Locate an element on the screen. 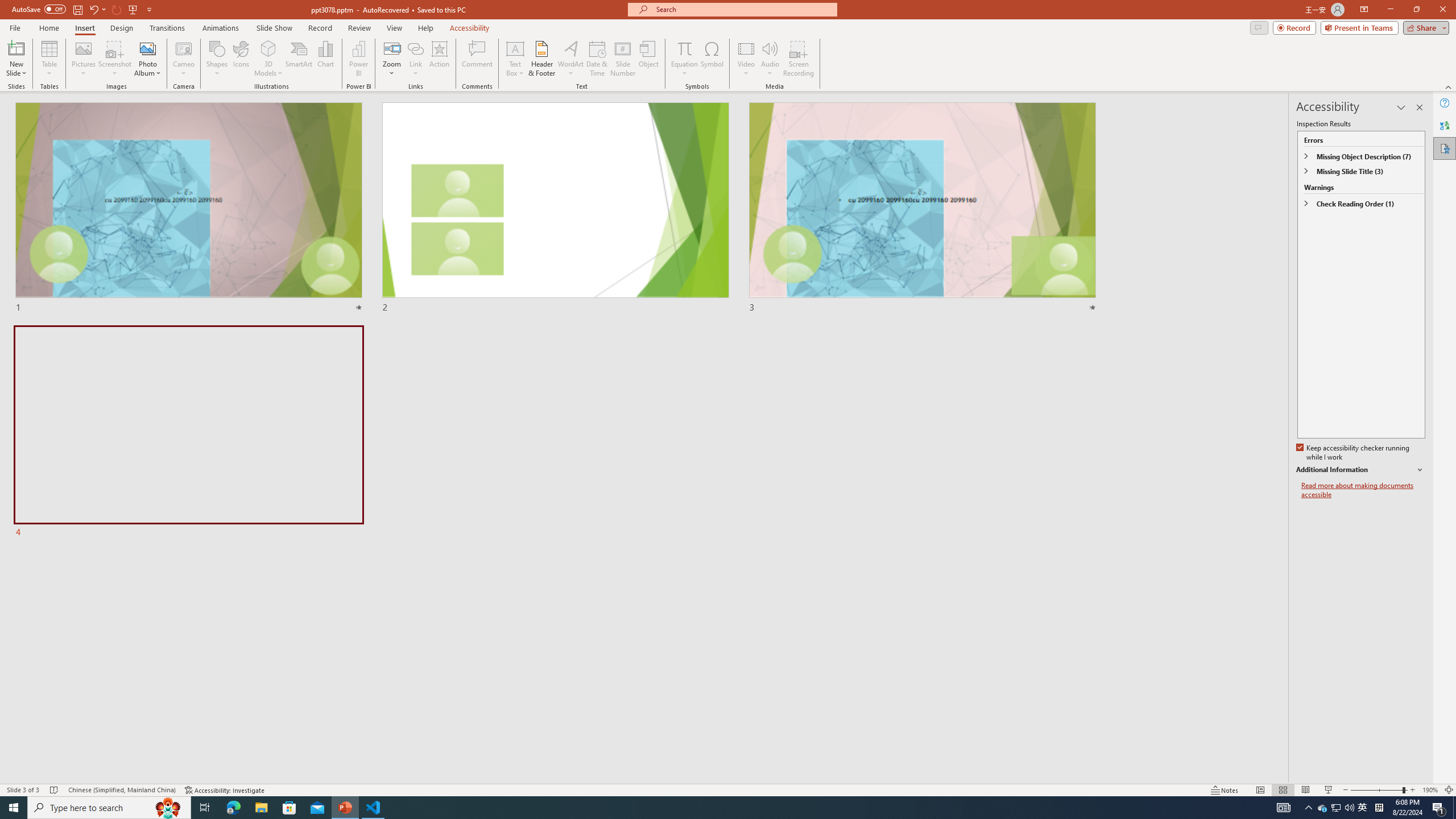 The height and width of the screenshot is (819, 1456). 'Slide Number' is located at coordinates (622, 59).